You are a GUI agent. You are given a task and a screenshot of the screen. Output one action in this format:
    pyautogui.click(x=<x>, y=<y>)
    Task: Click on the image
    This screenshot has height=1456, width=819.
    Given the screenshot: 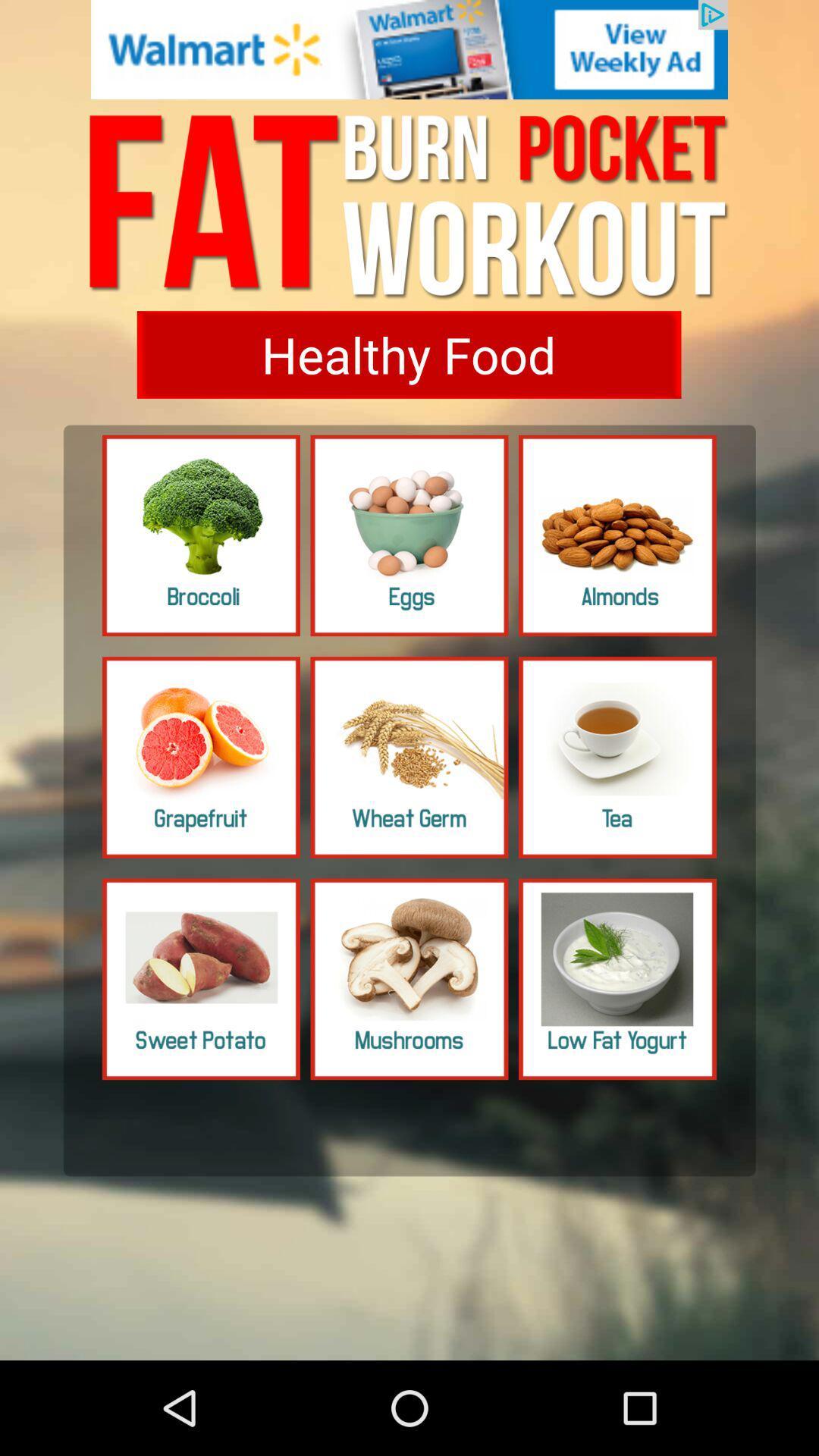 What is the action you would take?
    pyautogui.click(x=617, y=757)
    